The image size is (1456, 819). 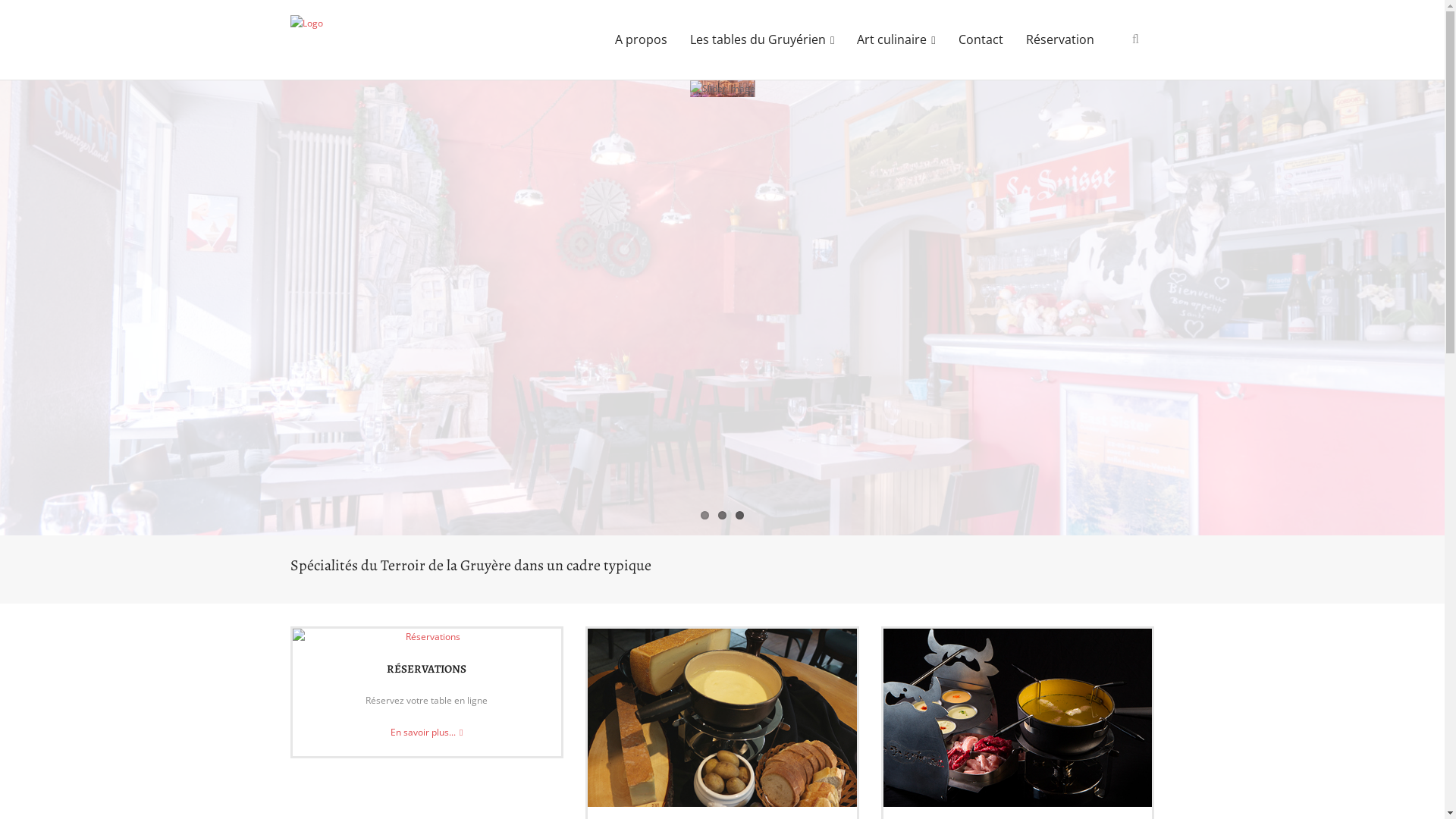 What do you see at coordinates (946, 39) in the screenshot?
I see `'Contact'` at bounding box center [946, 39].